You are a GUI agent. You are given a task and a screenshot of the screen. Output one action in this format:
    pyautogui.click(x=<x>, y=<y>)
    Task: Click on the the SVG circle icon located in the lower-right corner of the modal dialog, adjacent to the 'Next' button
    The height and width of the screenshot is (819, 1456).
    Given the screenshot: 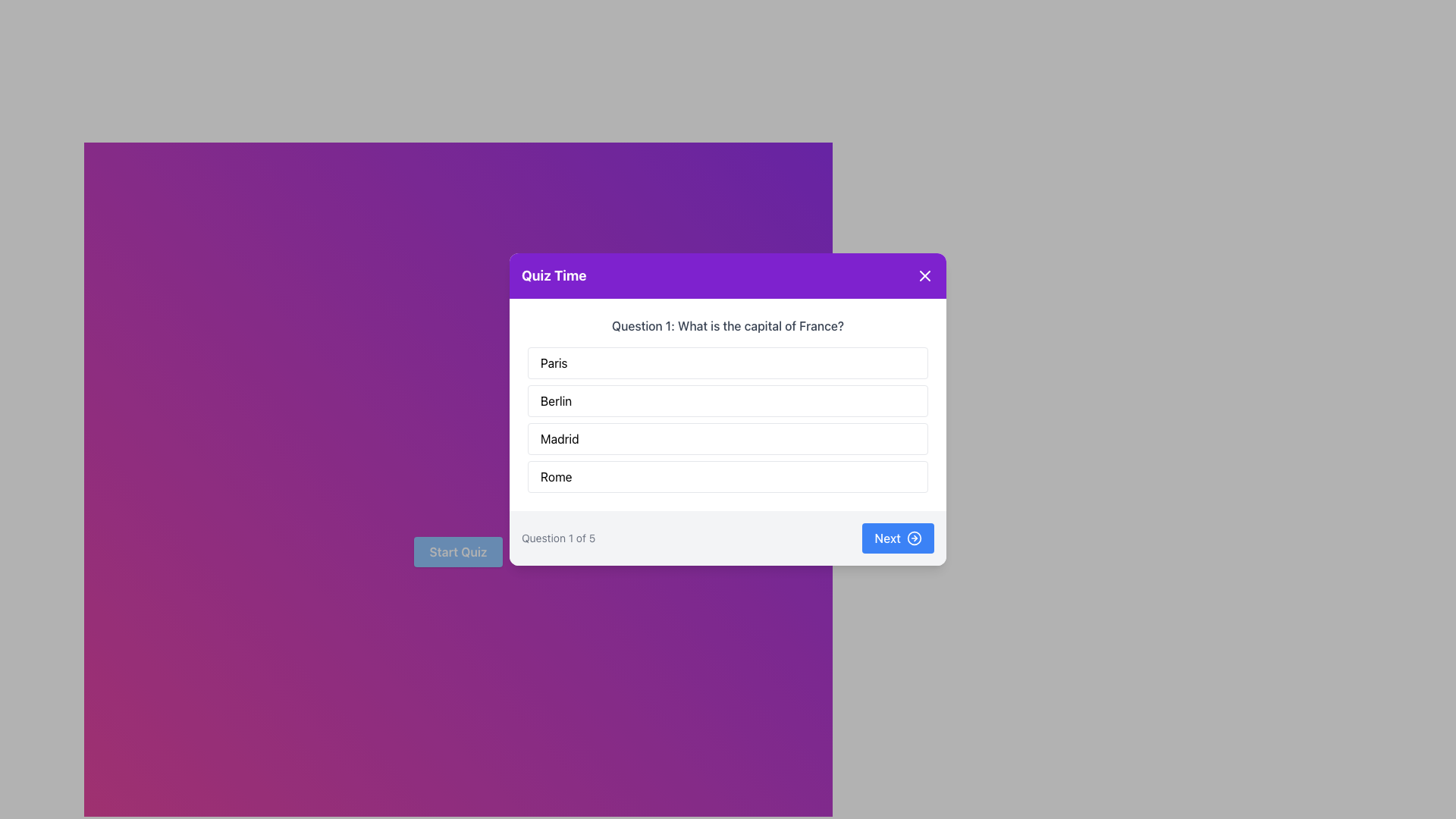 What is the action you would take?
    pyautogui.click(x=913, y=537)
    